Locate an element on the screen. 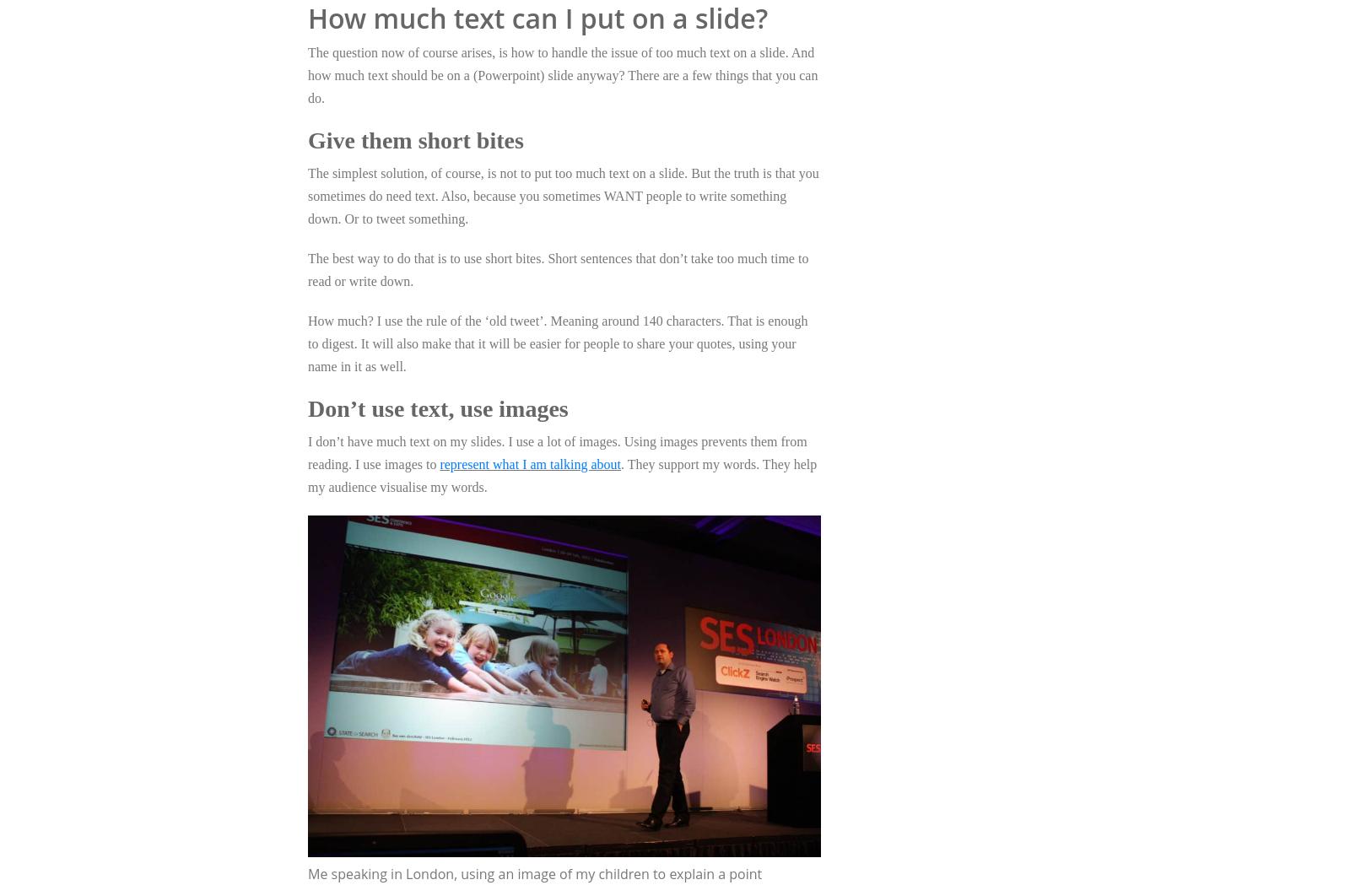  'Don’t use text, use images' is located at coordinates (437, 407).